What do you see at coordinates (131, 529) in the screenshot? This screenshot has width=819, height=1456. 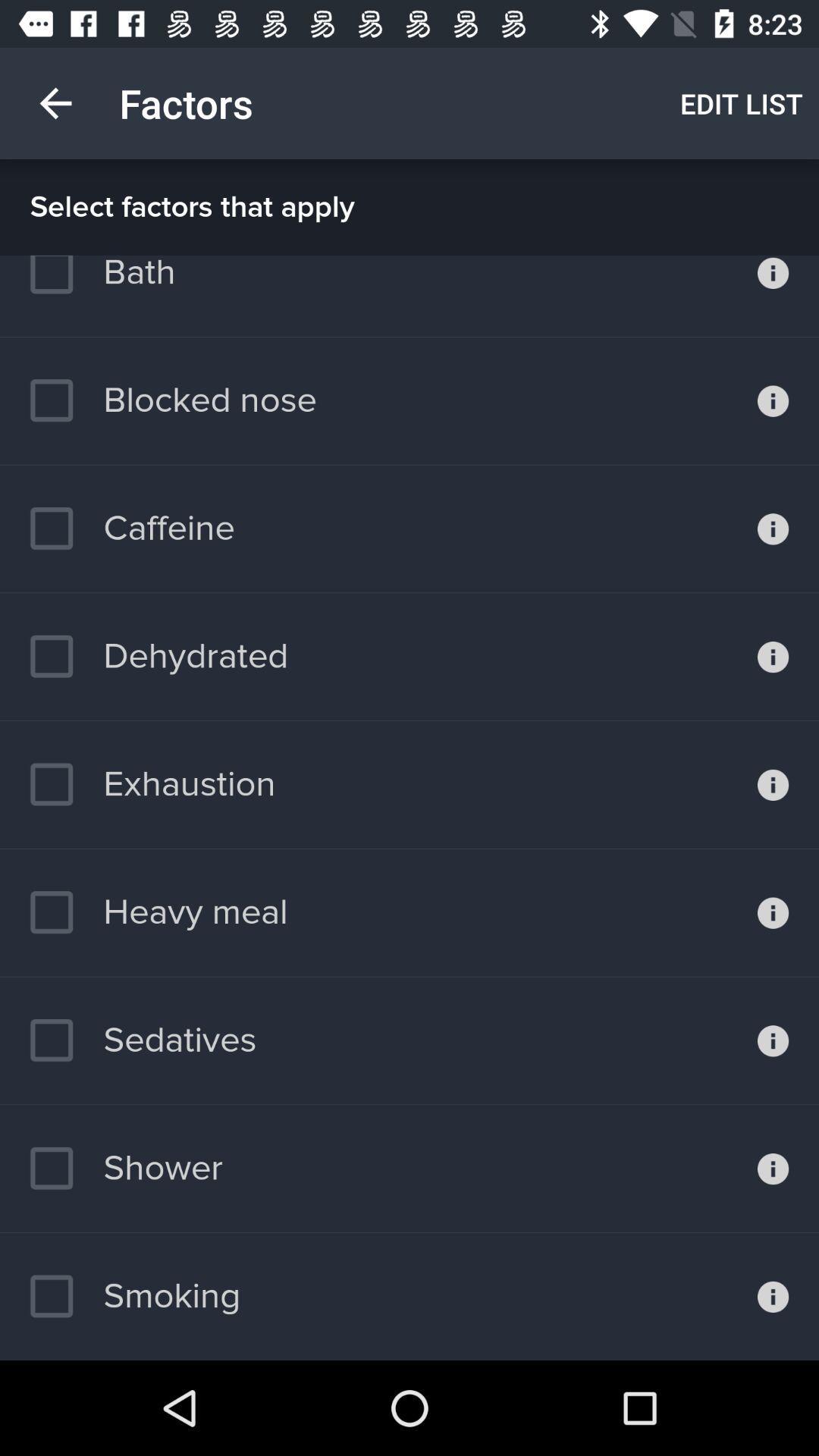 I see `caffeine item` at bounding box center [131, 529].